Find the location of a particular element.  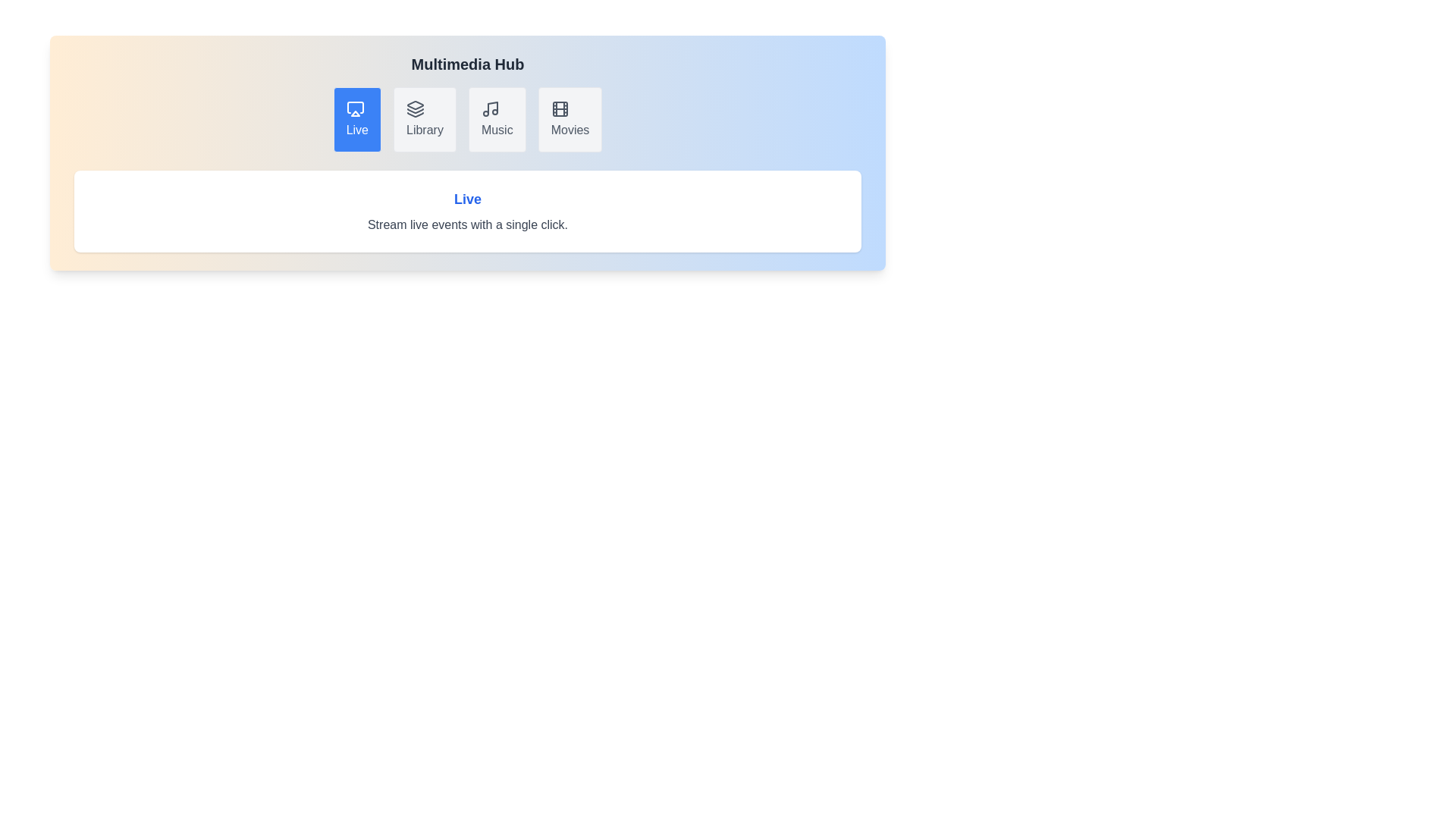

the tab labeled Live is located at coordinates (356, 119).